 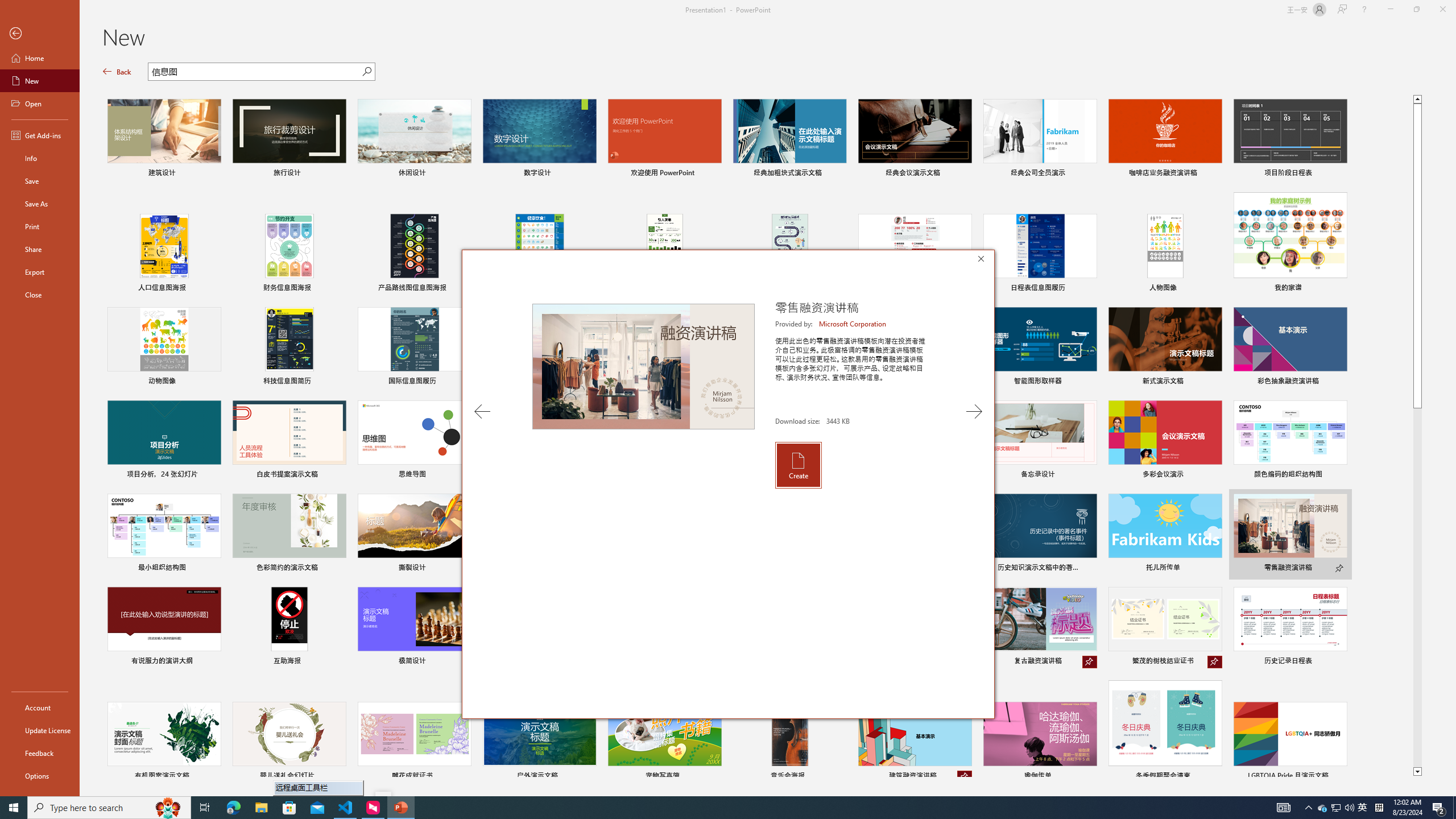 I want to click on 'Pin to list', so click(x=1339, y=776).